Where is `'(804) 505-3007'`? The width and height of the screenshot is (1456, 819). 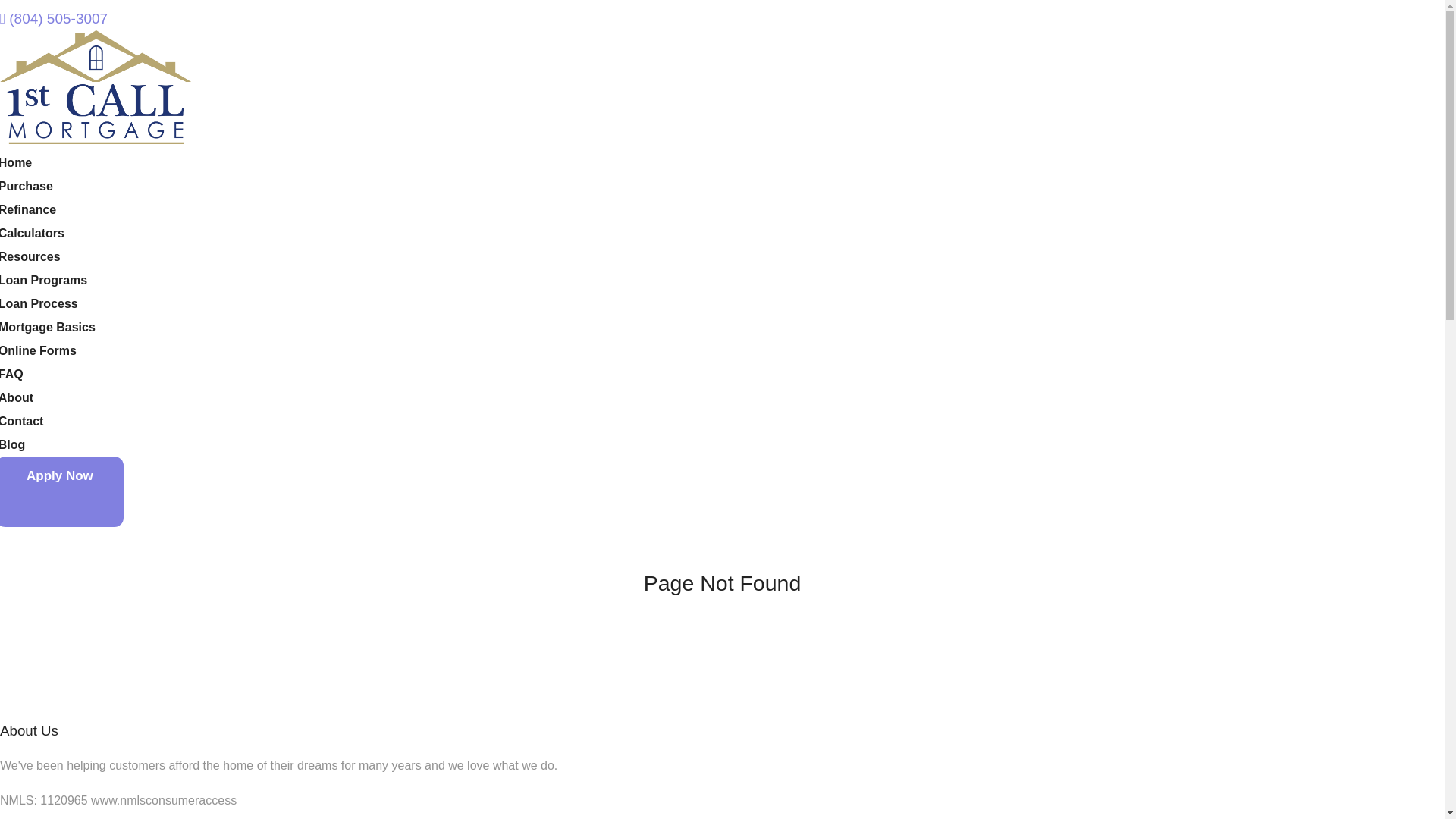 '(804) 505-3007' is located at coordinates (54, 18).